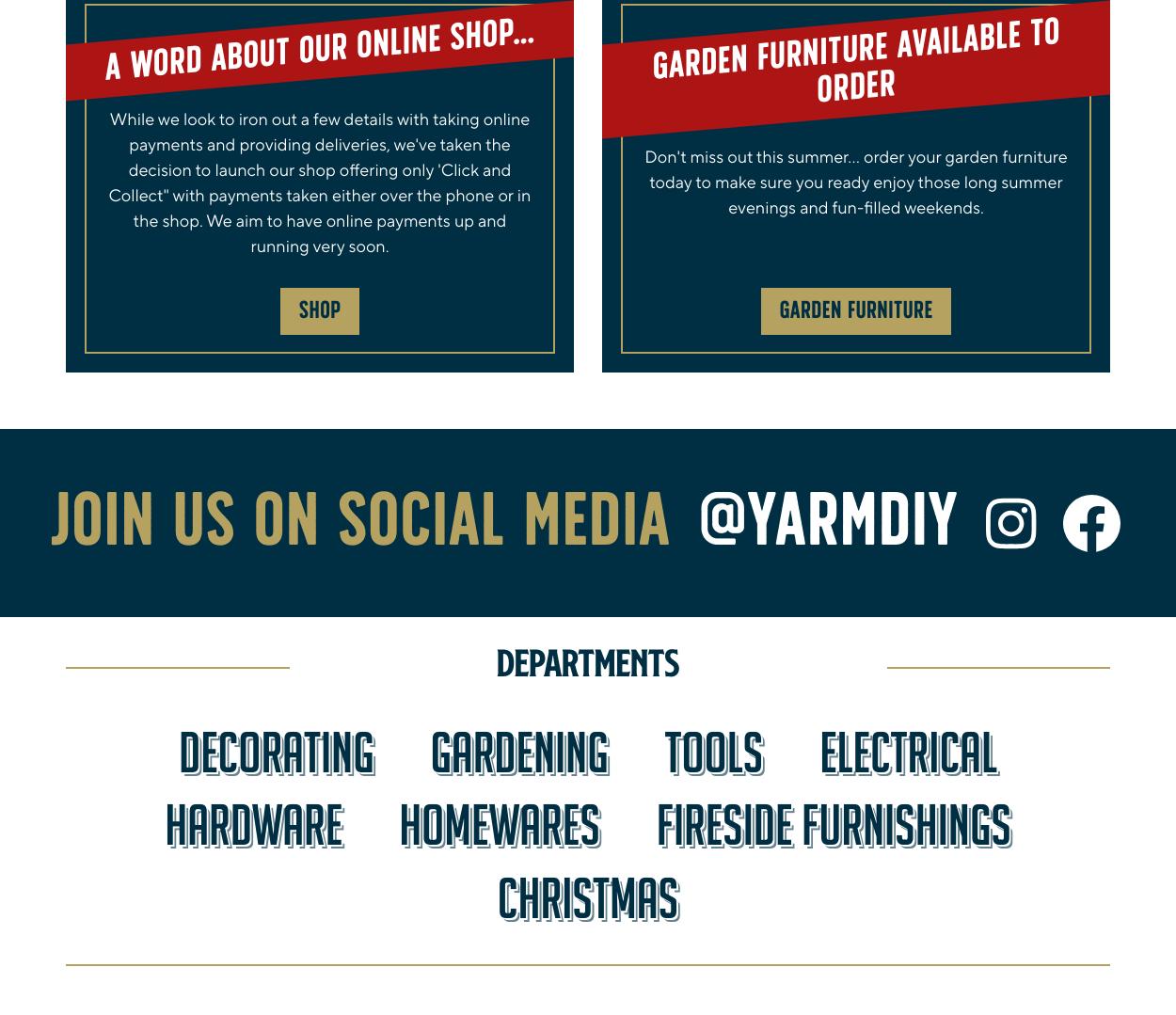  I want to click on 'Electrical', so click(907, 751).